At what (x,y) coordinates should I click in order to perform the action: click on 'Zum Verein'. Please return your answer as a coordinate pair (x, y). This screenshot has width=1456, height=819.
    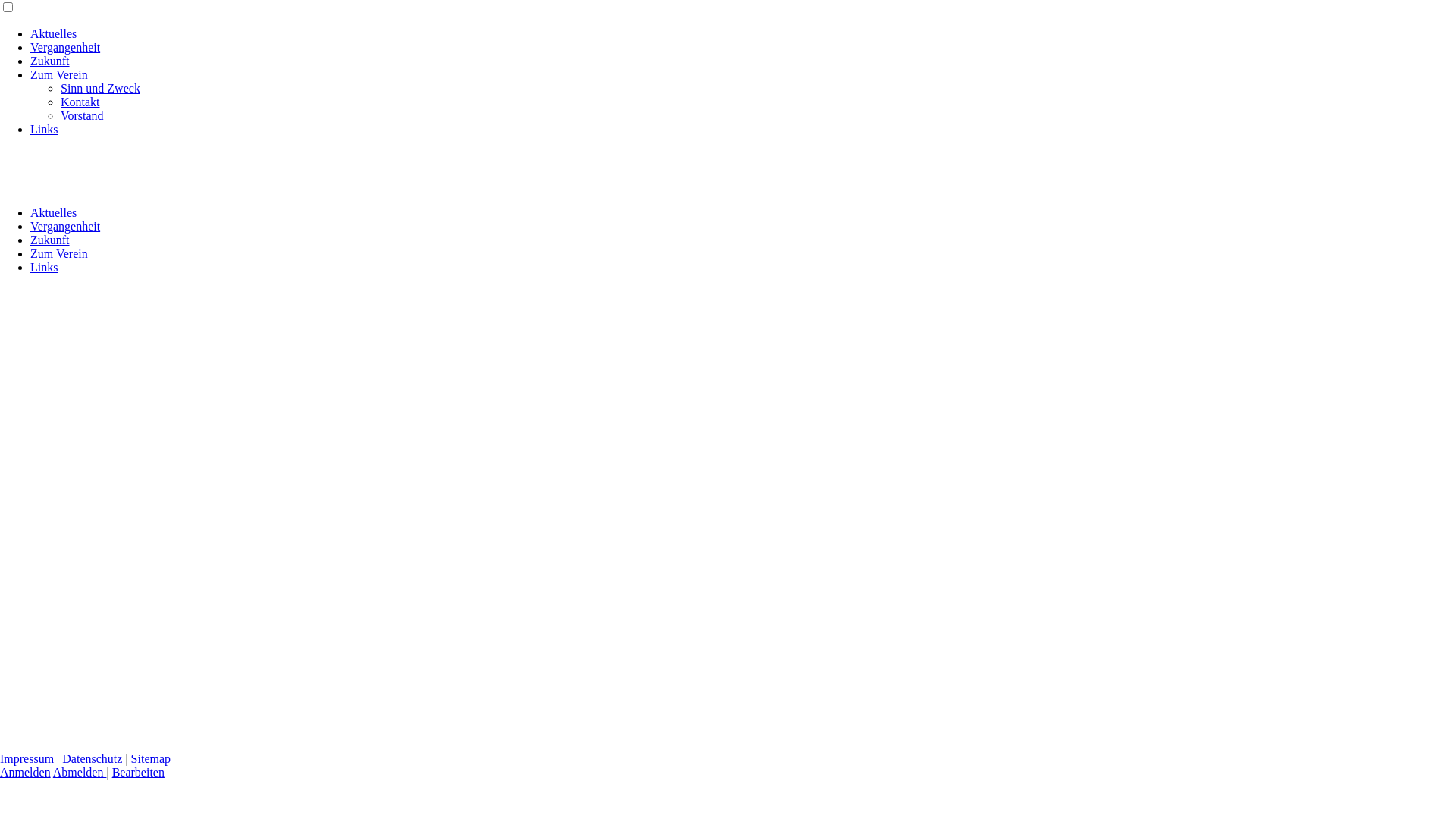
    Looking at the image, I should click on (58, 253).